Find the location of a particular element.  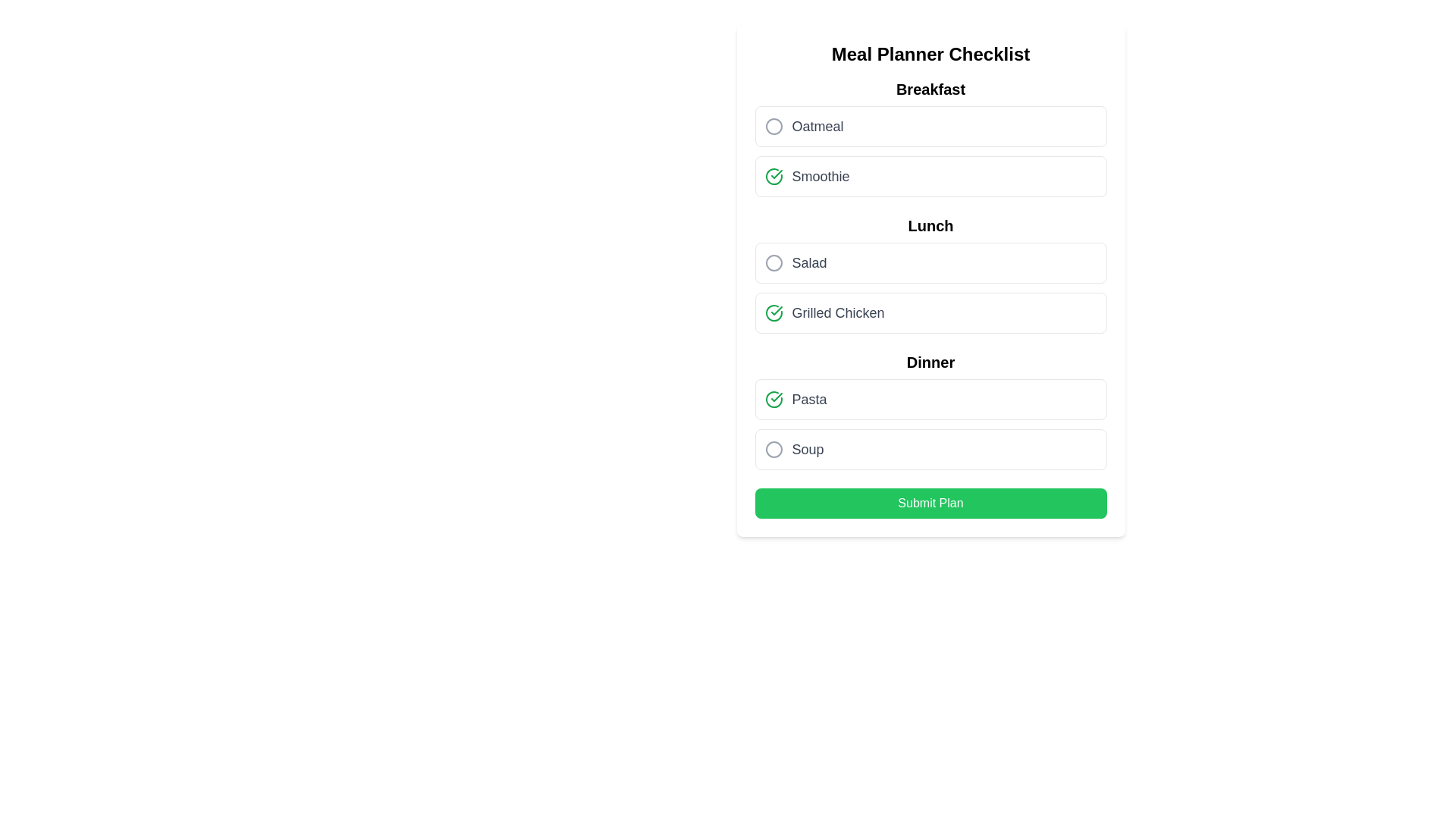

the Radiobutton marker is located at coordinates (773, 125).